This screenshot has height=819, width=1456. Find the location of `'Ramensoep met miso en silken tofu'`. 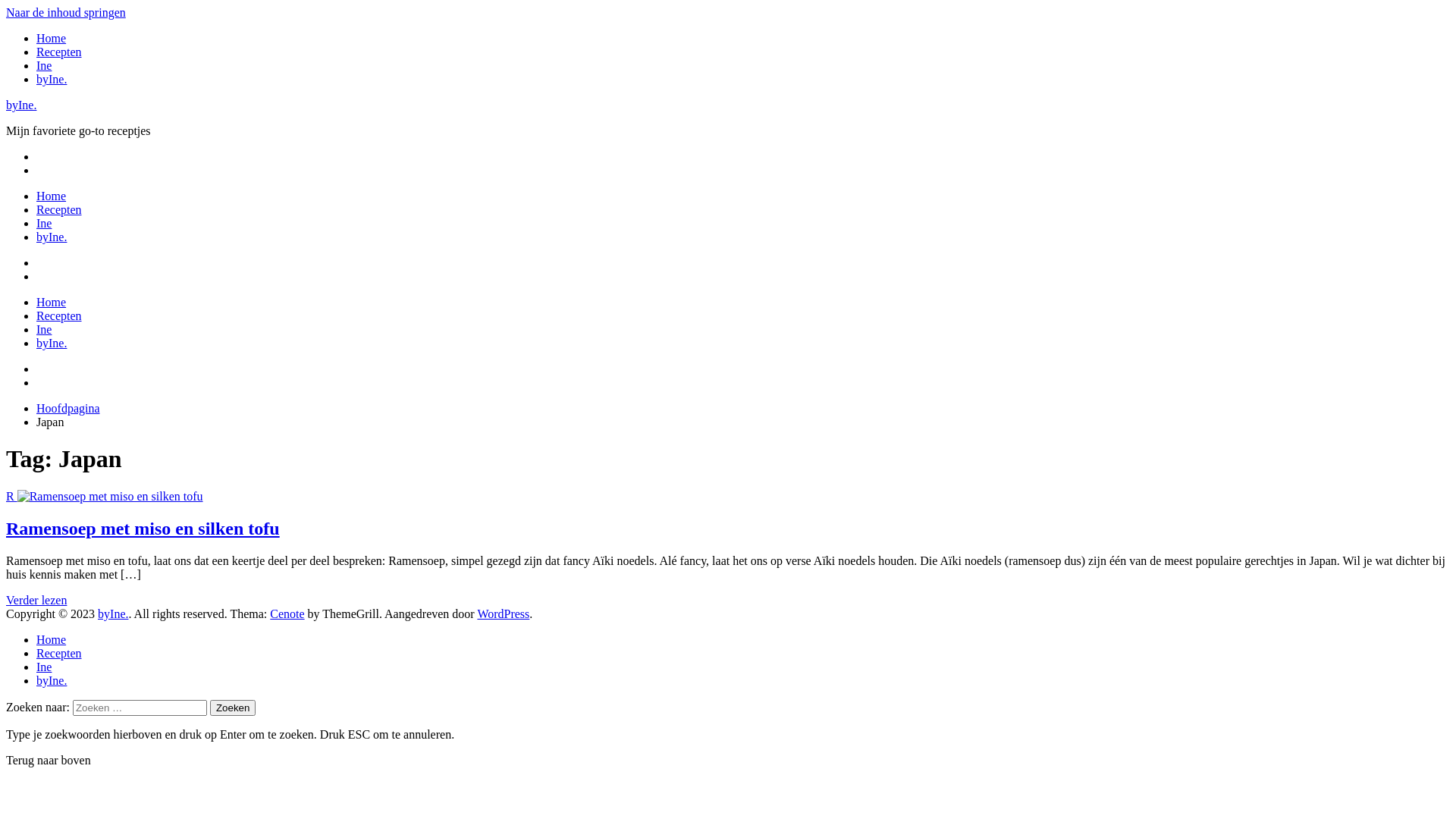

'Ramensoep met miso en silken tofu' is located at coordinates (6, 528).